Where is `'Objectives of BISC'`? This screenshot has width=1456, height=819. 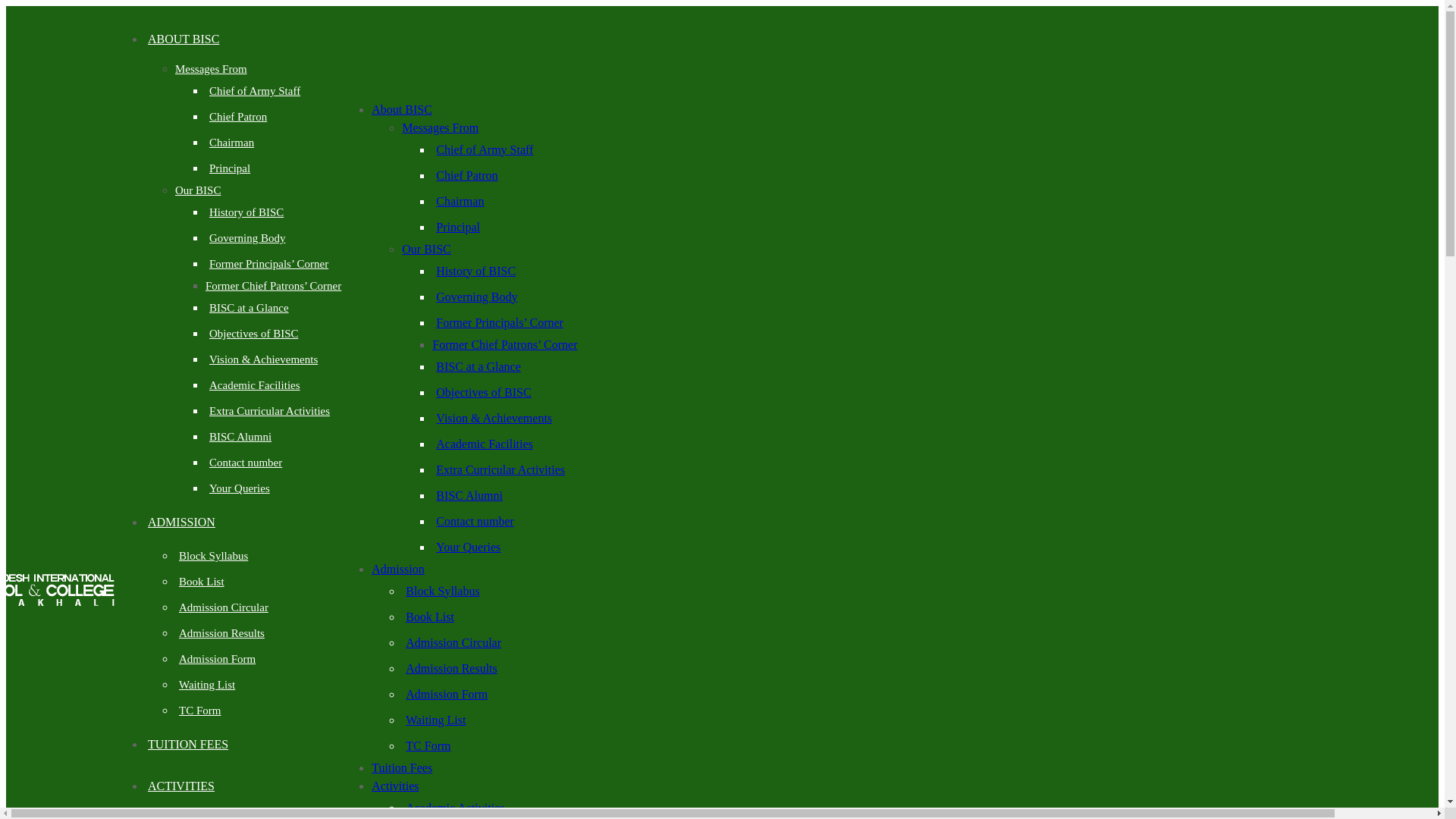 'Objectives of BISC' is located at coordinates (435, 391).